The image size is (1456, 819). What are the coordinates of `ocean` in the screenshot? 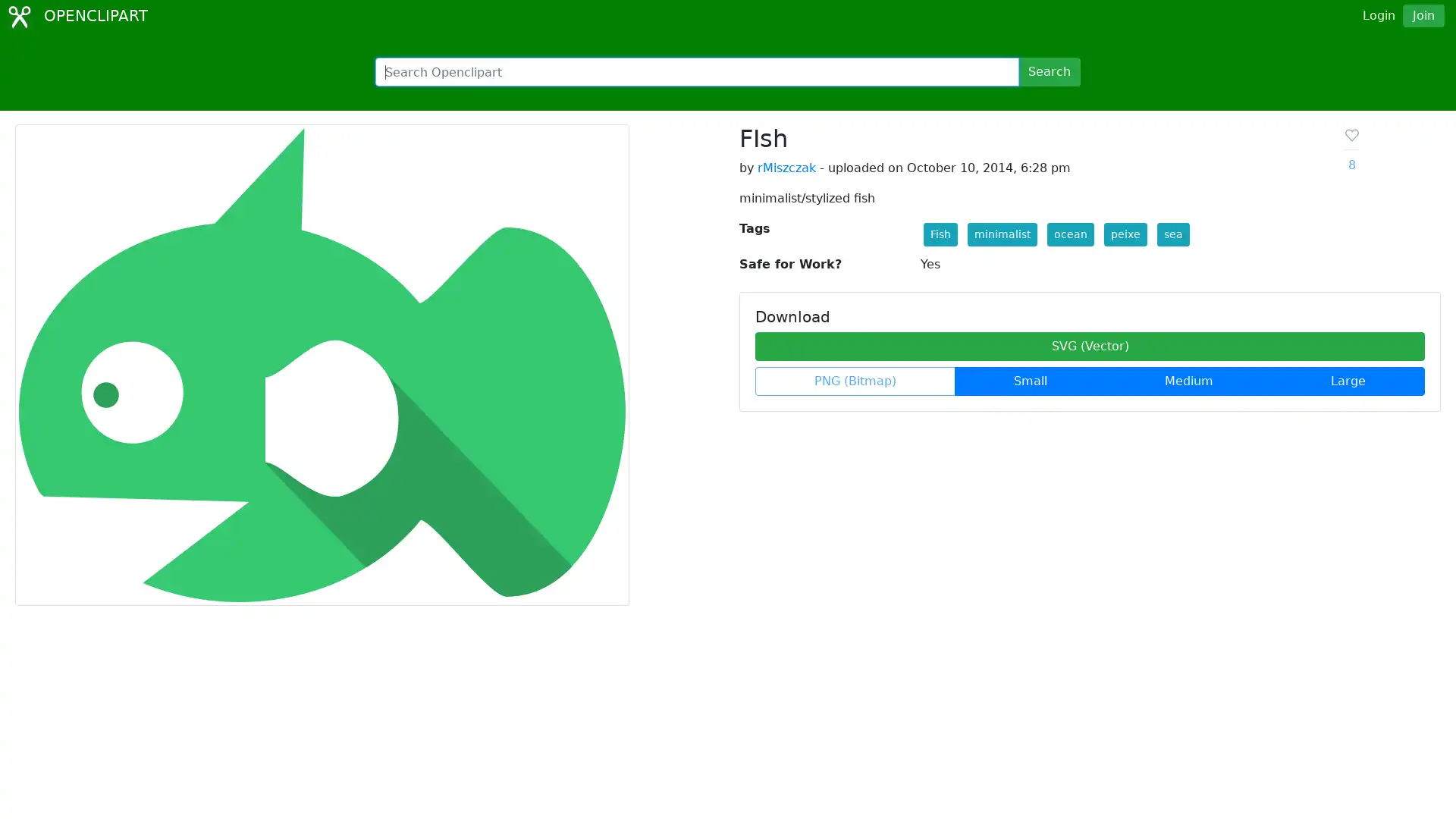 It's located at (1069, 234).